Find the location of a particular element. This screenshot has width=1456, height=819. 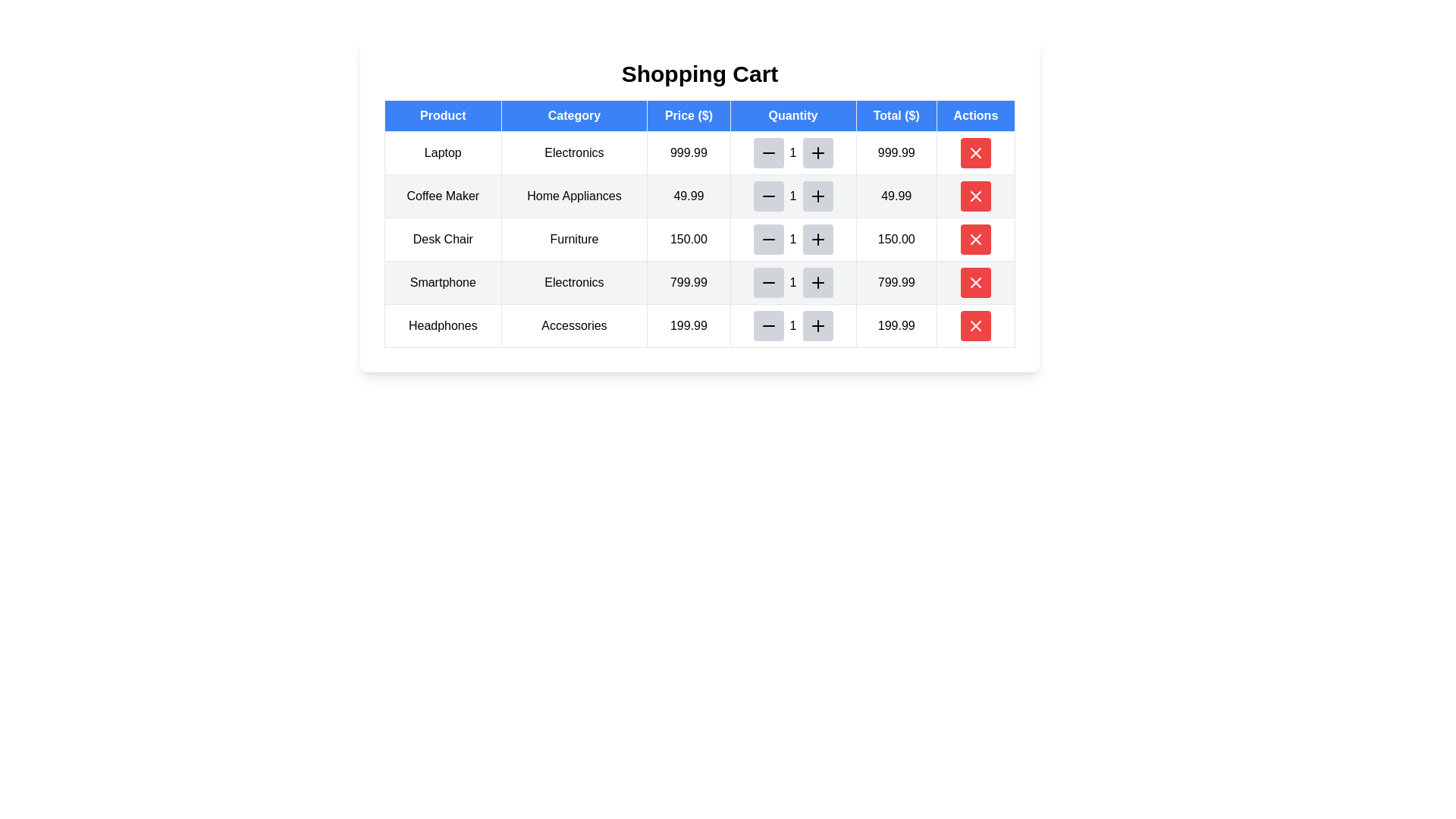

static text label displaying the product name 'Coffee Maker' located in the second row, first column of the shopping cart table is located at coordinates (442, 195).